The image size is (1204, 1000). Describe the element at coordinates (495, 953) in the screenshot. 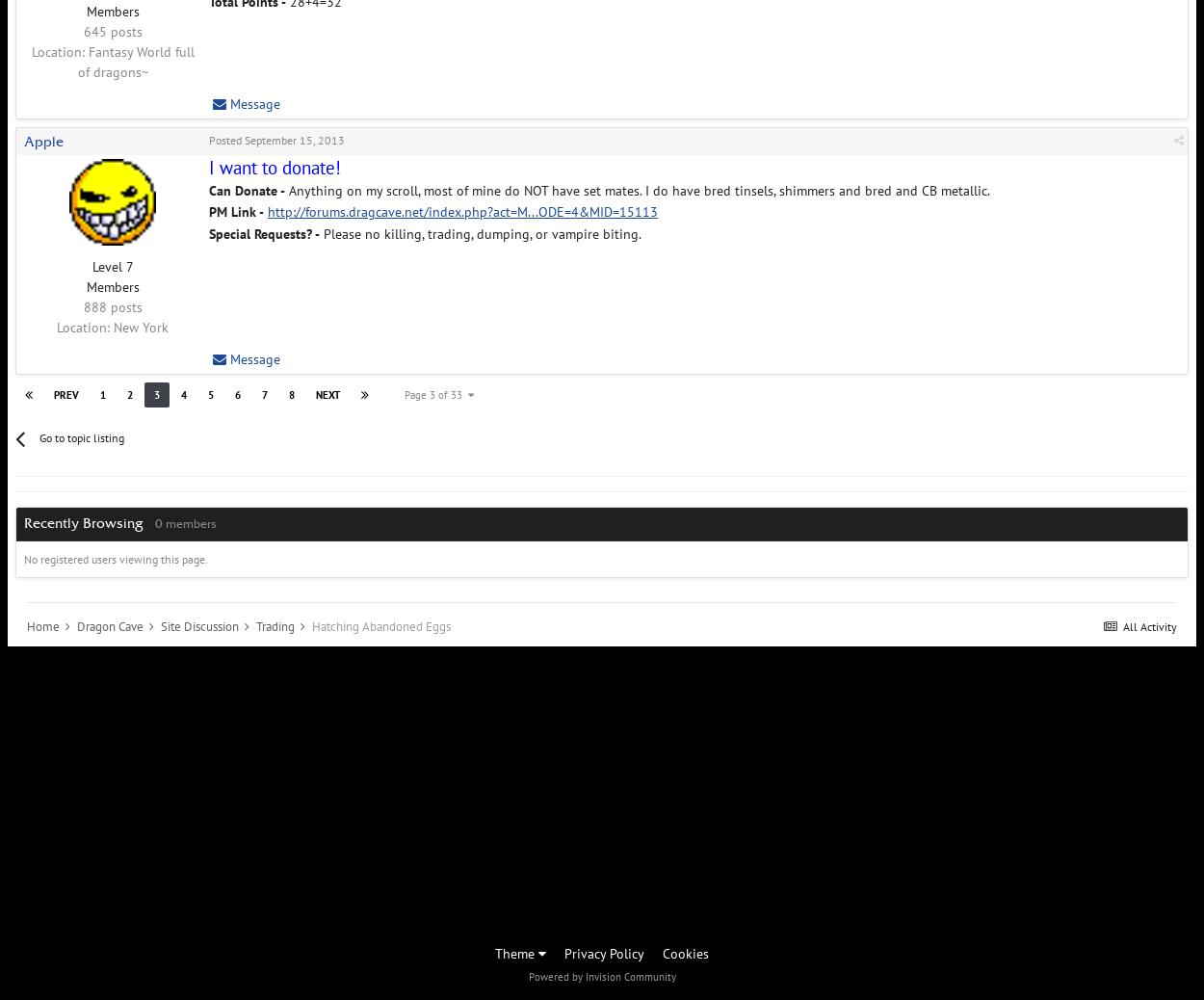

I see `'Theme'` at that location.